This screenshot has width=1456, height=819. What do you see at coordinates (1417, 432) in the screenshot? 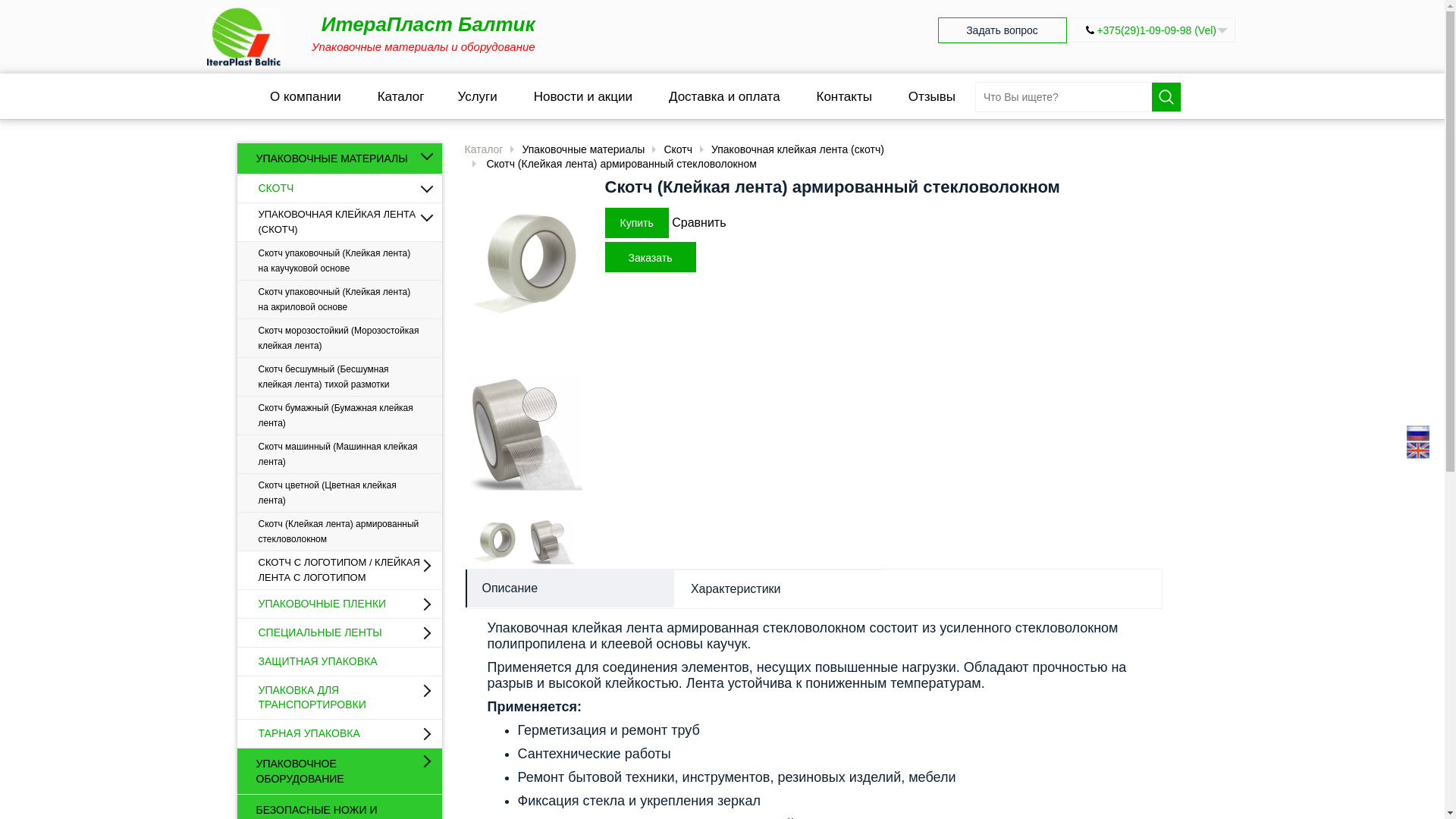
I see `'ru'` at bounding box center [1417, 432].